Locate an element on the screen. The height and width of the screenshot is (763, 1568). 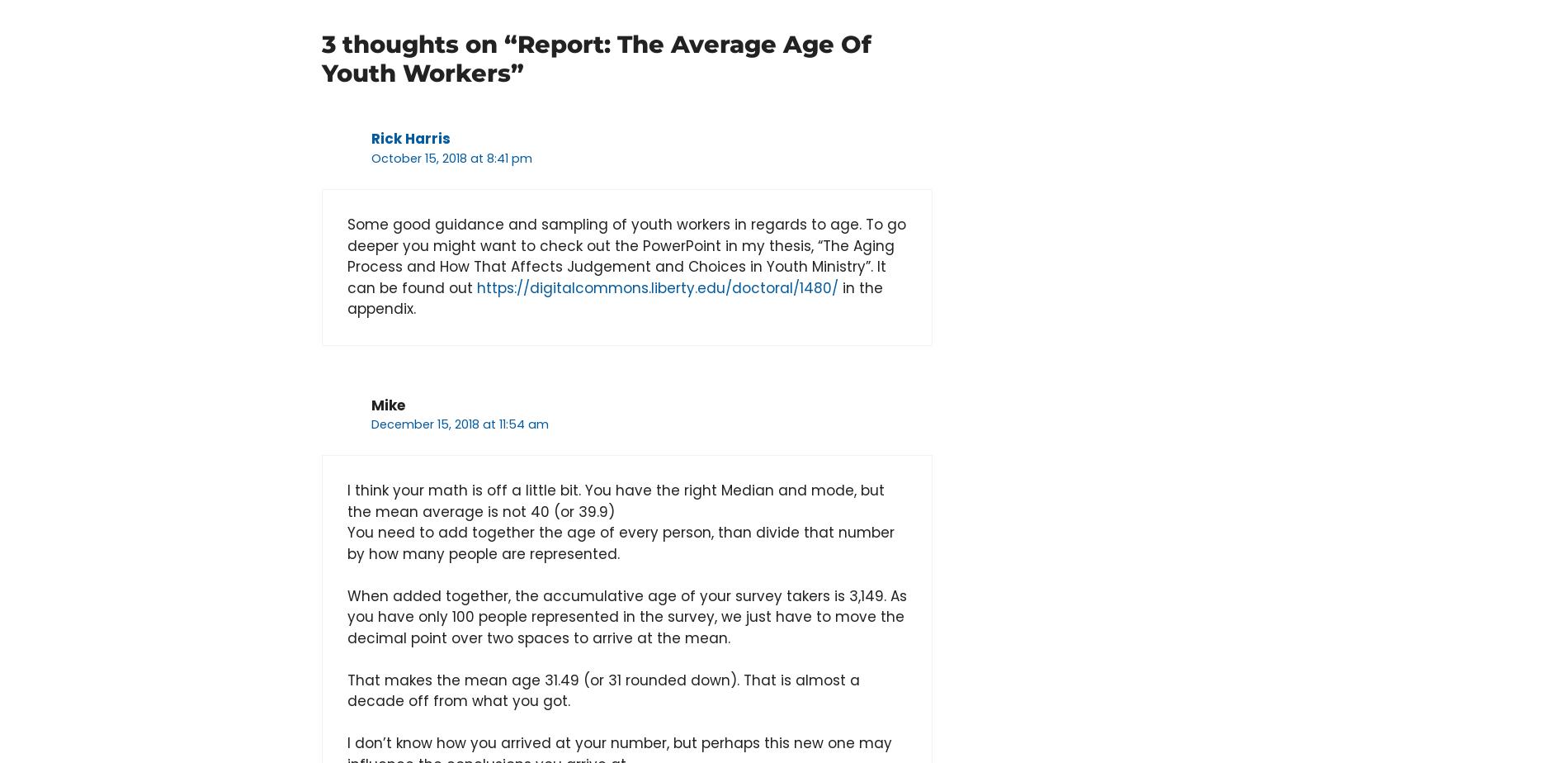
'Mike' is located at coordinates (387, 404).